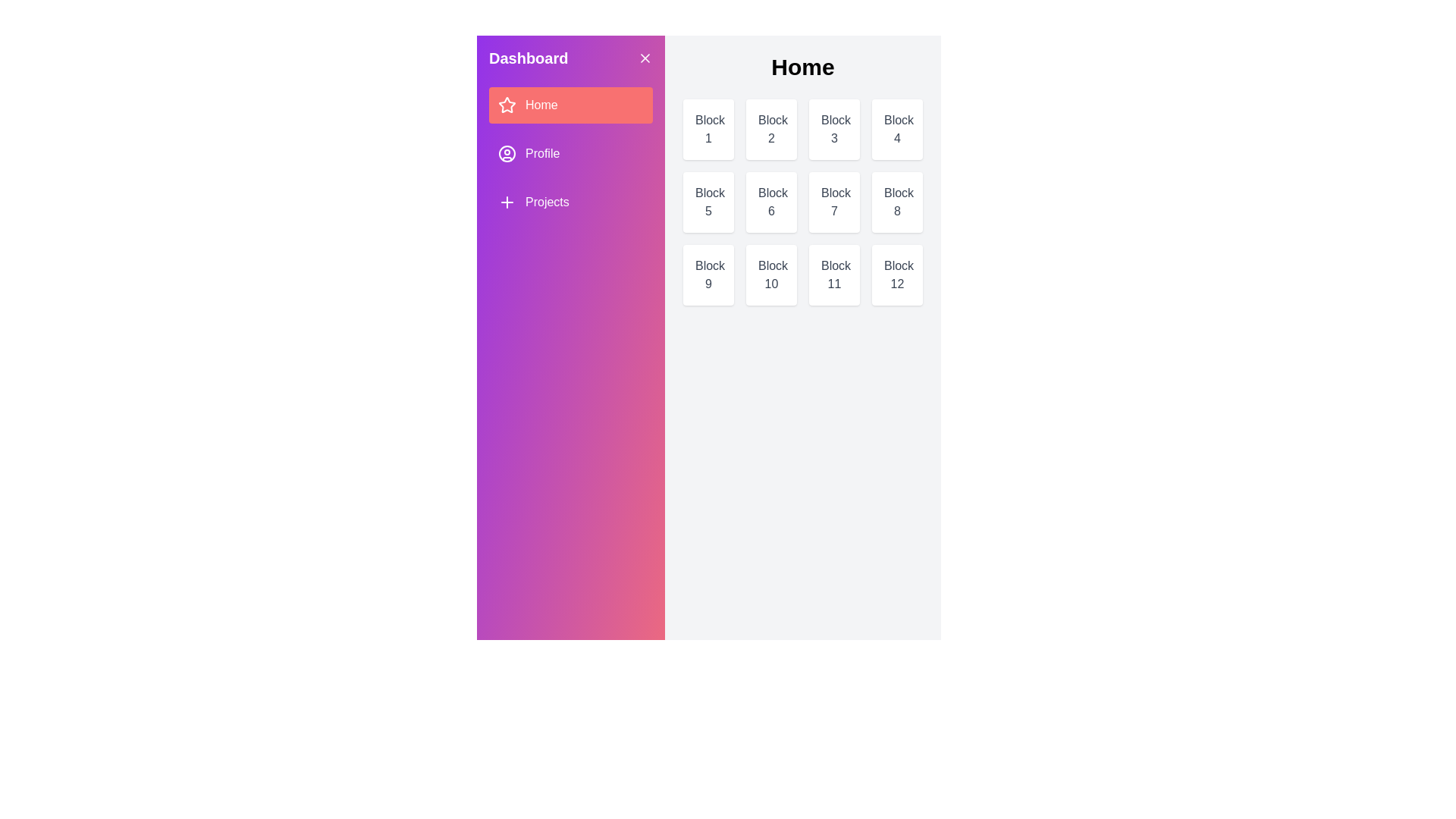 Image resolution: width=1456 pixels, height=819 pixels. I want to click on the close button to hide the drawer, so click(645, 58).